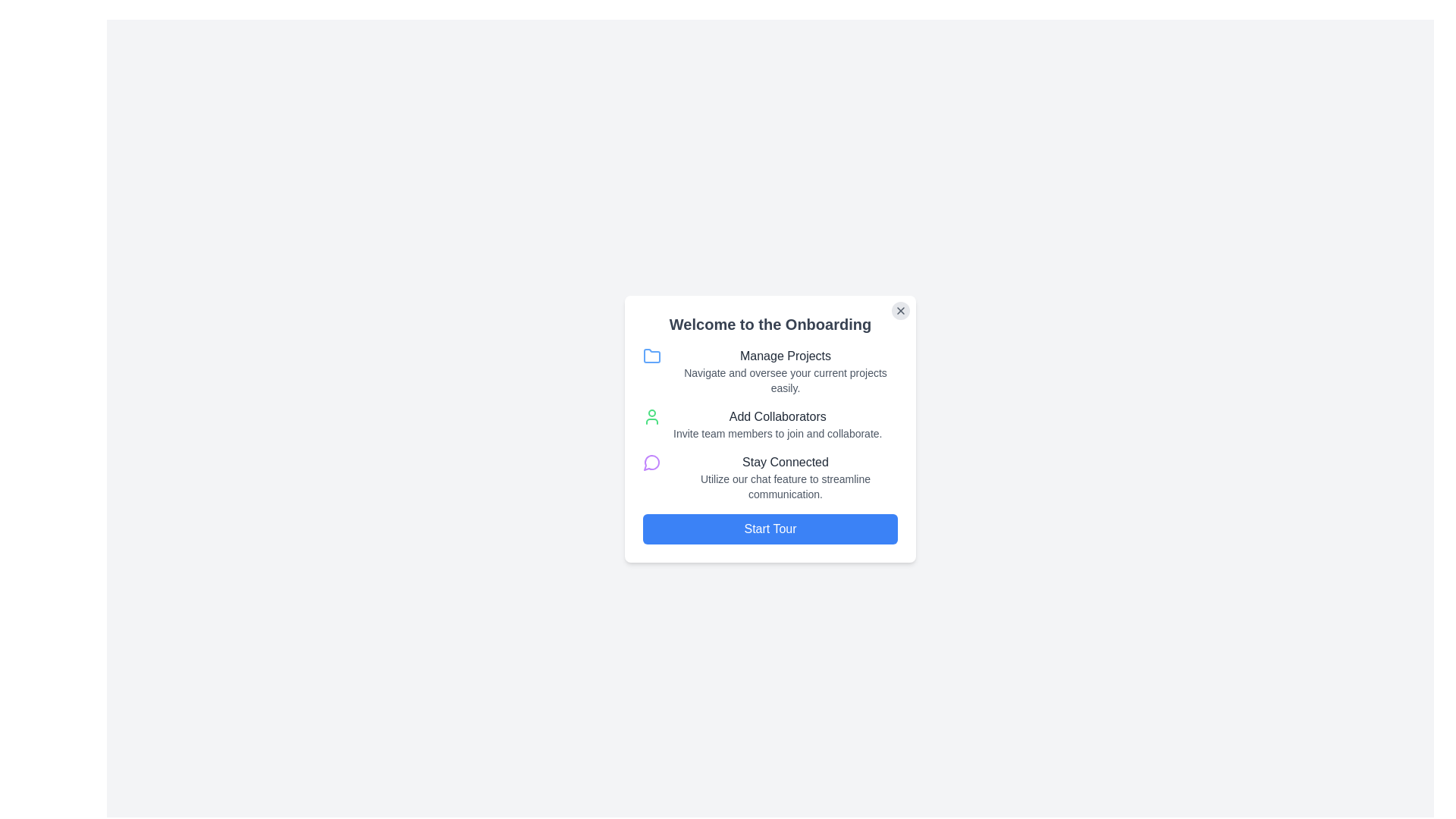  Describe the element at coordinates (770, 476) in the screenshot. I see `the informational text block that guides users about the chat feature, which is the third item in the vertical list between 'Add Collaborators' and 'Start Tour'` at that location.